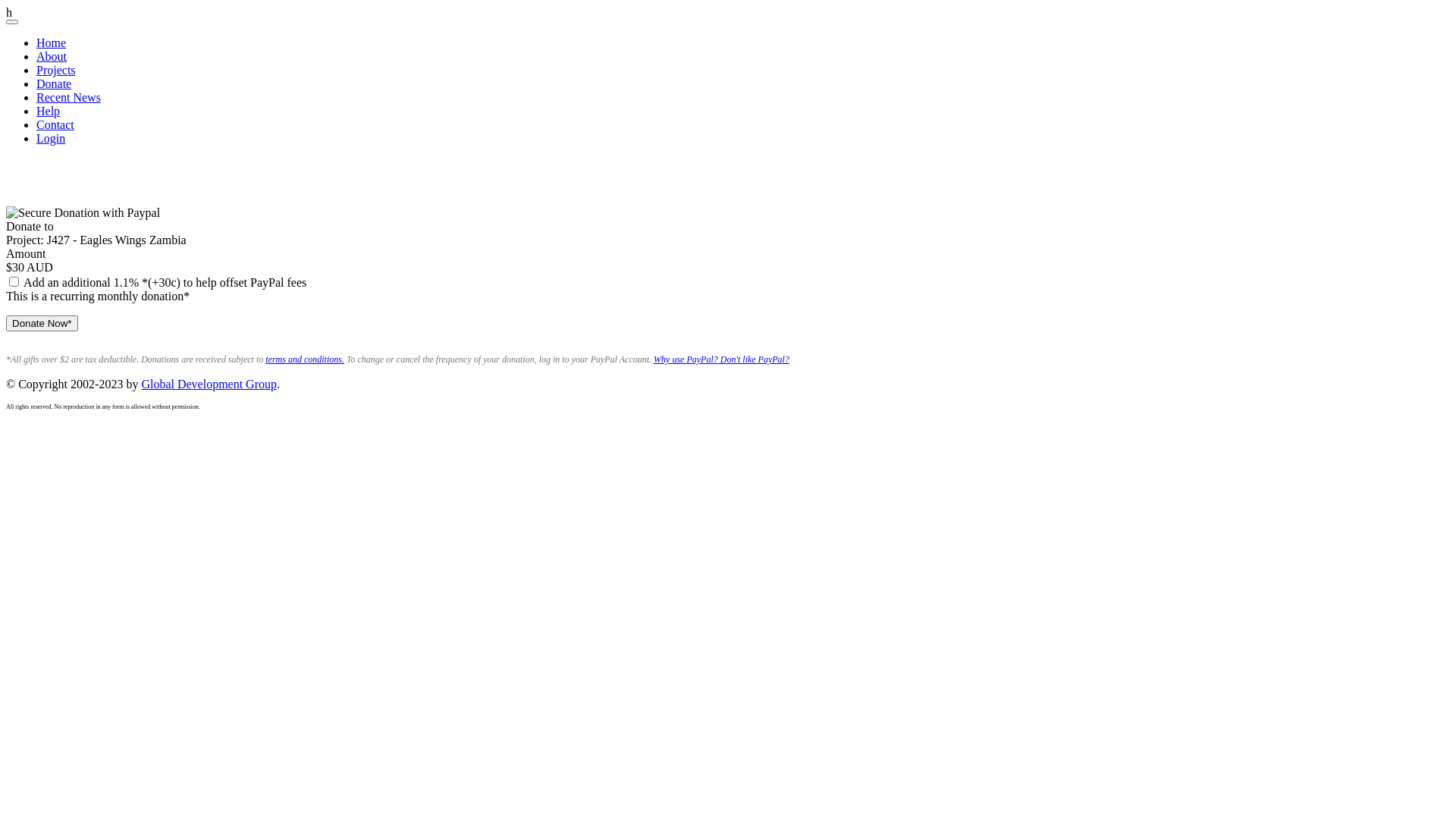 The height and width of the screenshot is (819, 1456). I want to click on 'Help', so click(48, 110).